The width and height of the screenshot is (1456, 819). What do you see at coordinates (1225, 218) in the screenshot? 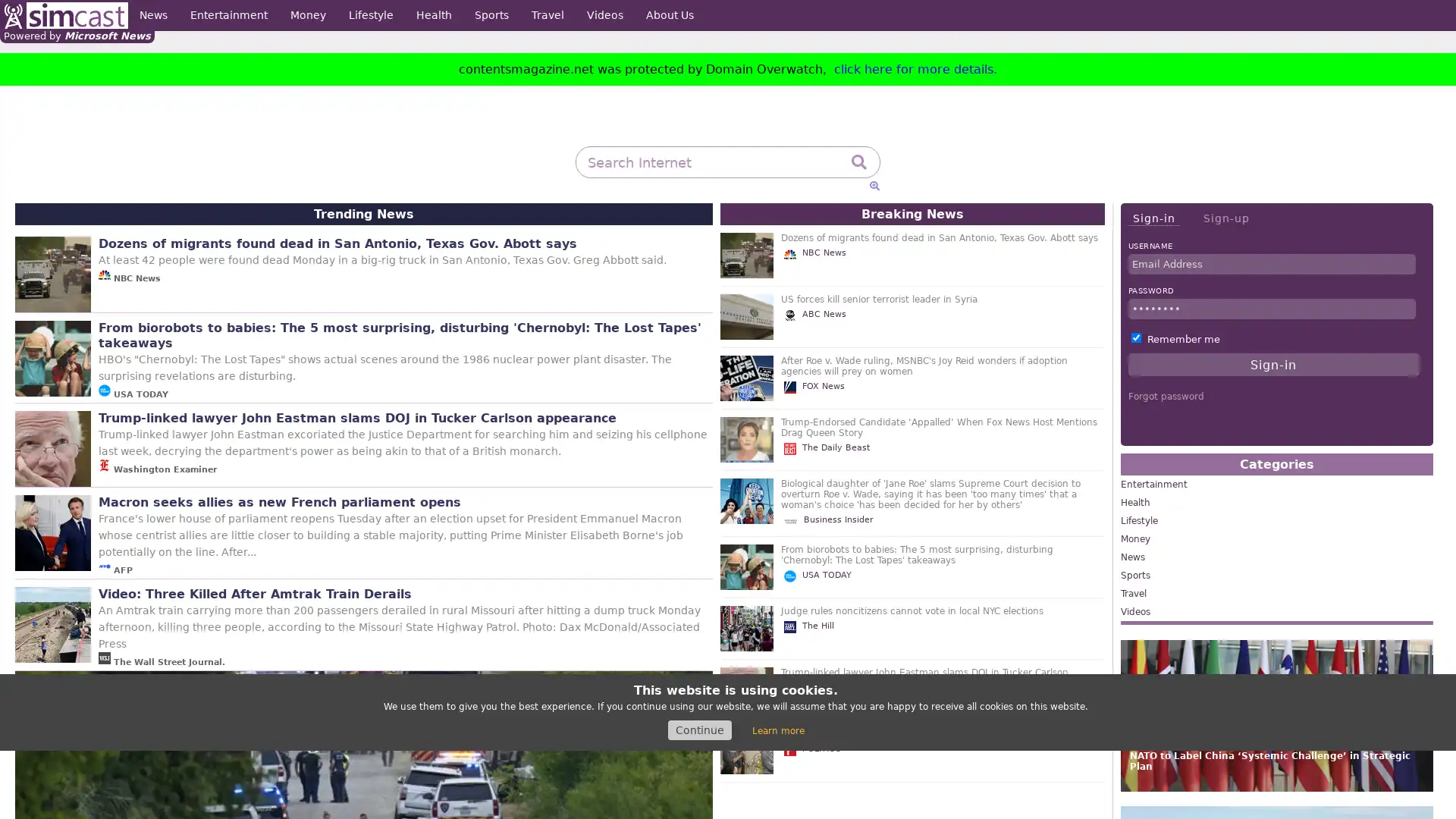
I see `Sign-up` at bounding box center [1225, 218].